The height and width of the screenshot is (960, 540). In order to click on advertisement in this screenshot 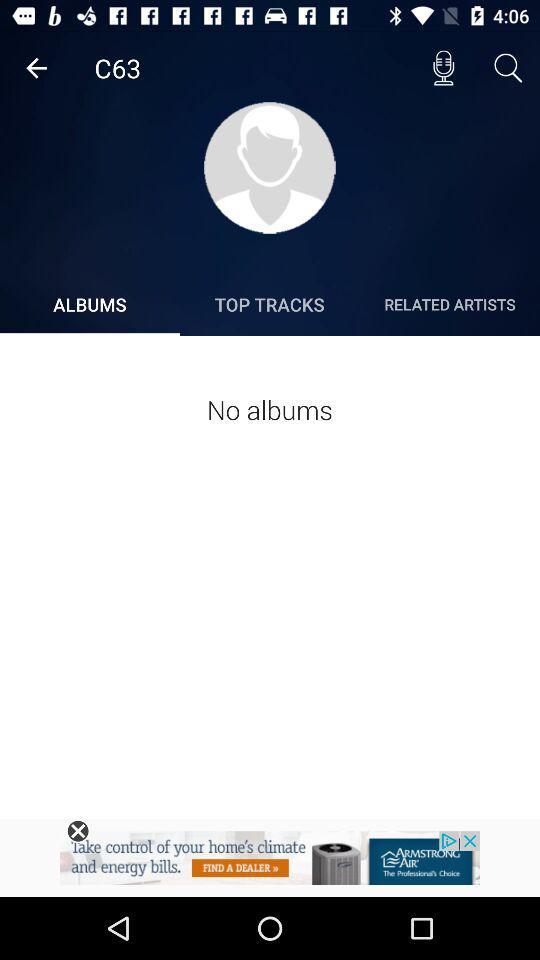, I will do `click(77, 831)`.